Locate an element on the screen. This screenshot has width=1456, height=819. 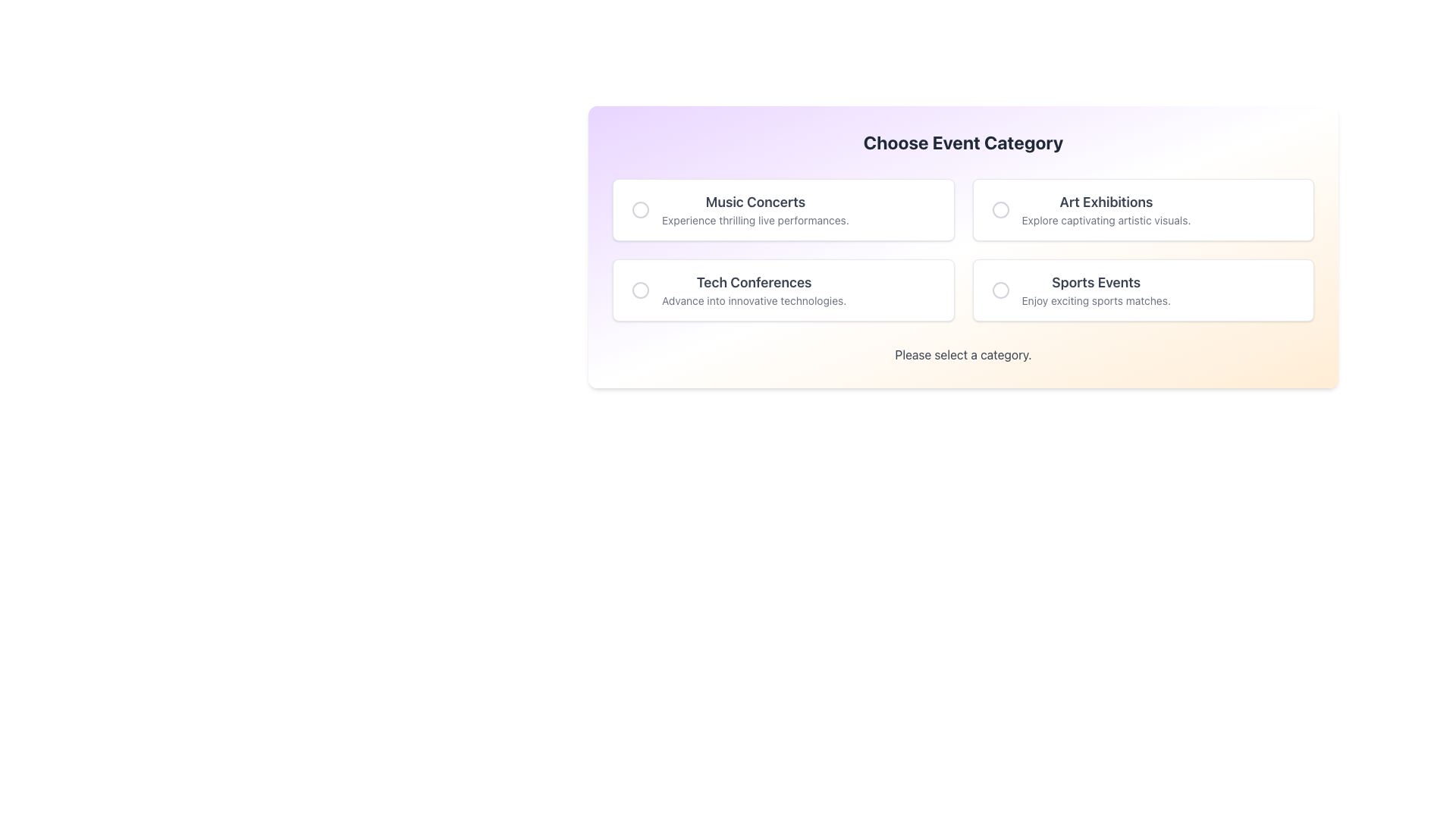
informational text label located below the 'Music Concerts' title in the top-left card of the event category grid is located at coordinates (755, 220).